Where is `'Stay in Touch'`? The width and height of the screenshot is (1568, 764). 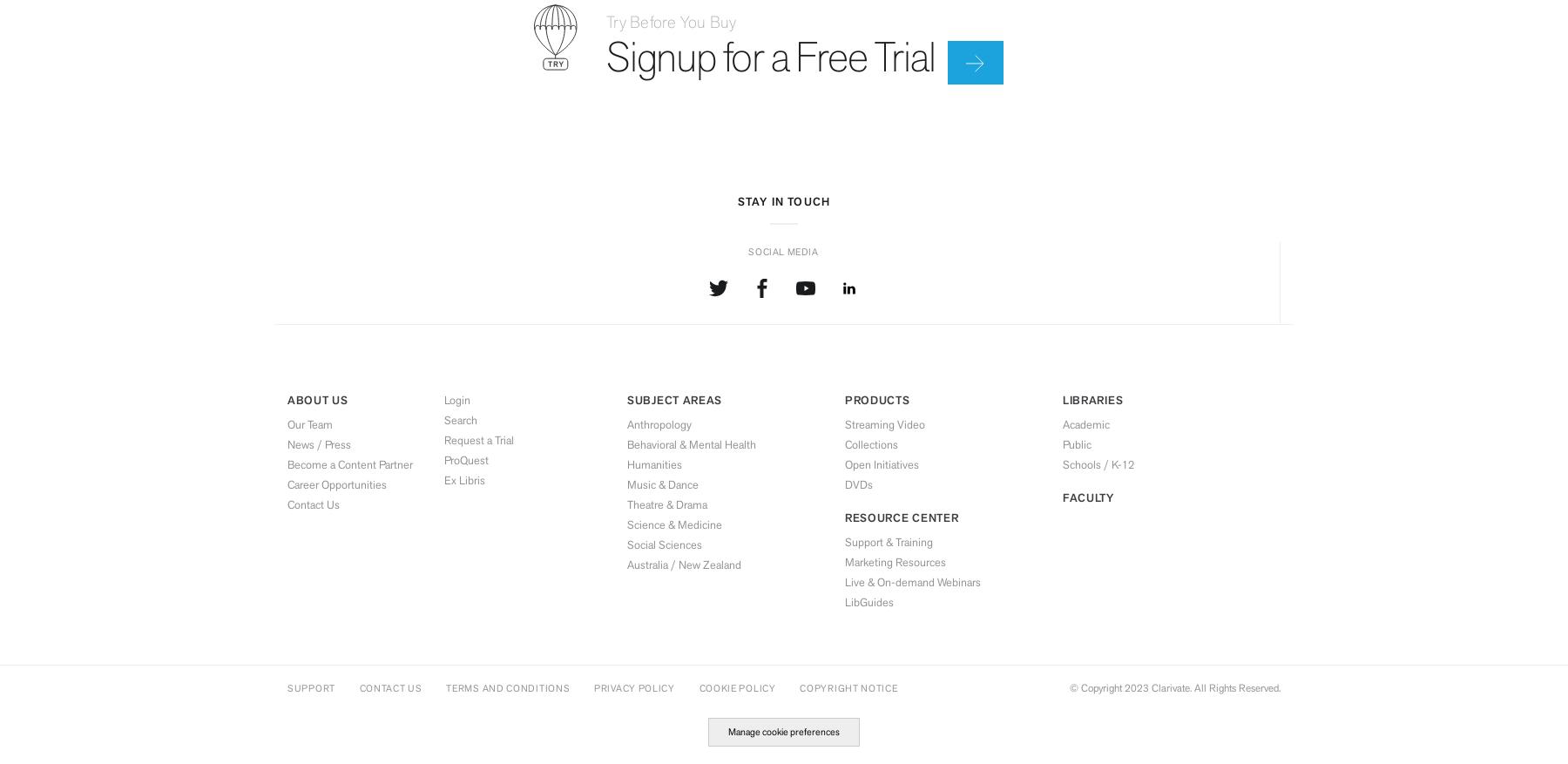
'Stay in Touch' is located at coordinates (783, 200).